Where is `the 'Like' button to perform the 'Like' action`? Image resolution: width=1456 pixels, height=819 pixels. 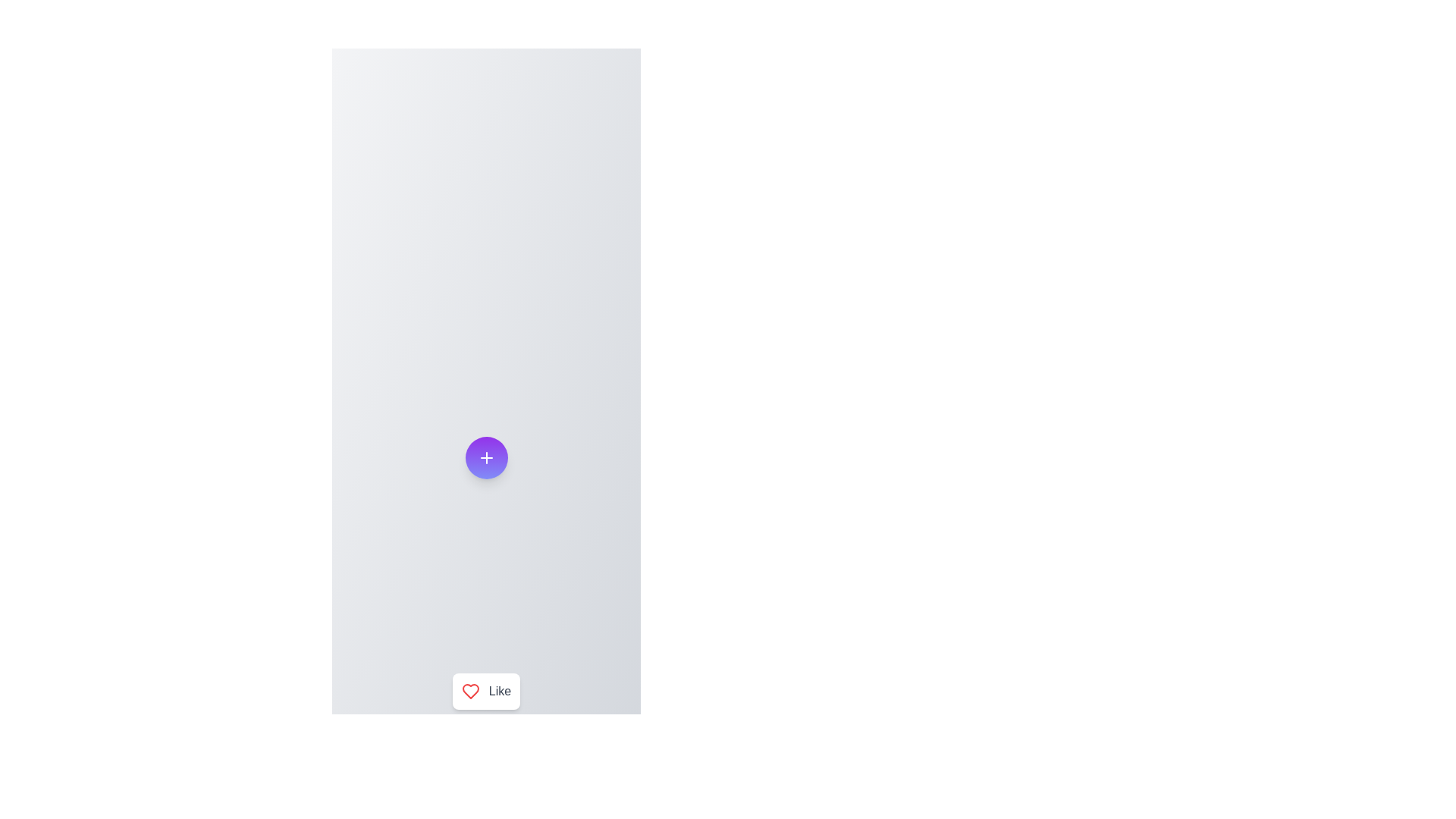 the 'Like' button to perform the 'Like' action is located at coordinates (486, 691).